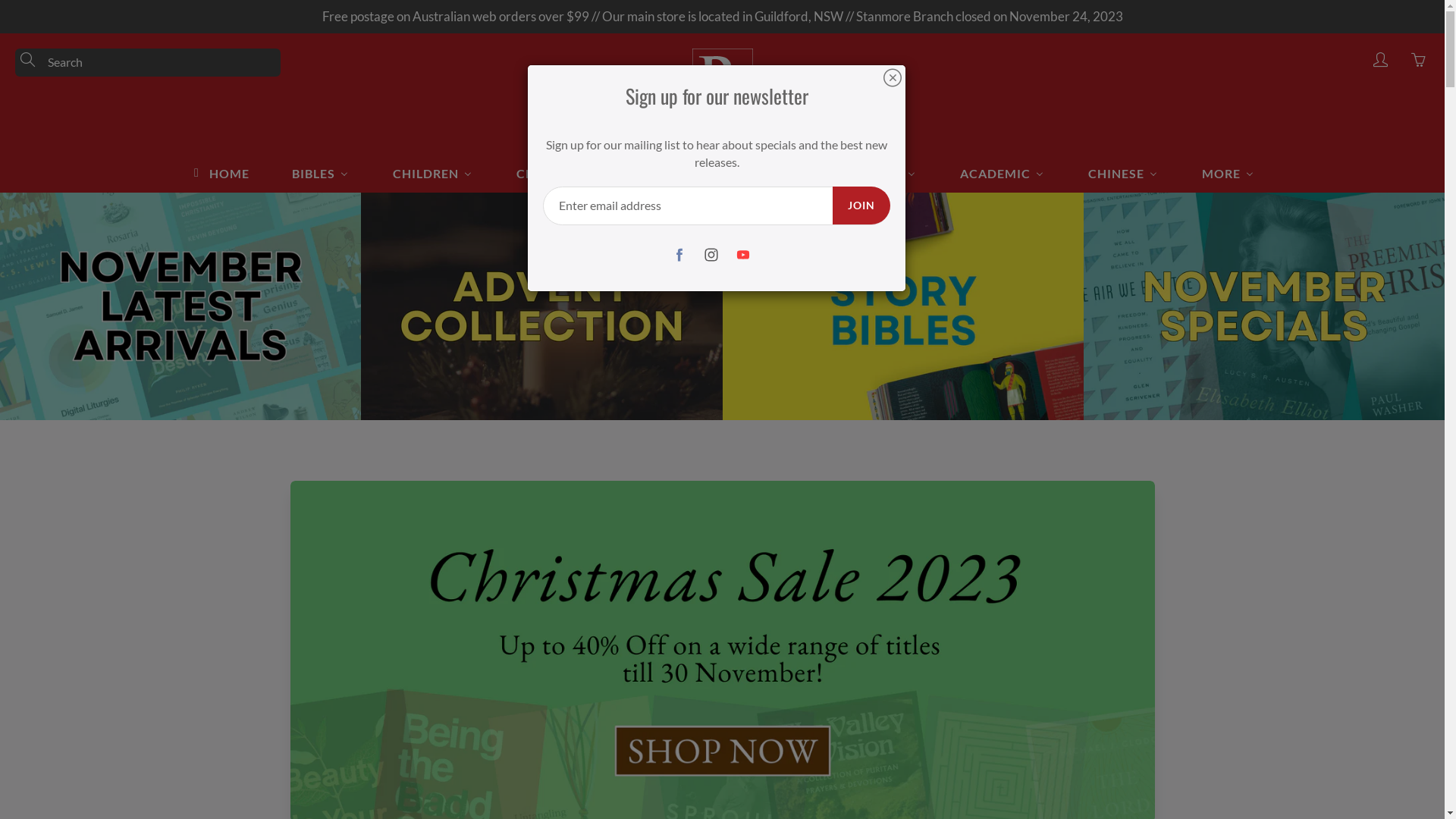 This screenshot has height=819, width=1456. I want to click on 'CHILDREN', so click(431, 171).